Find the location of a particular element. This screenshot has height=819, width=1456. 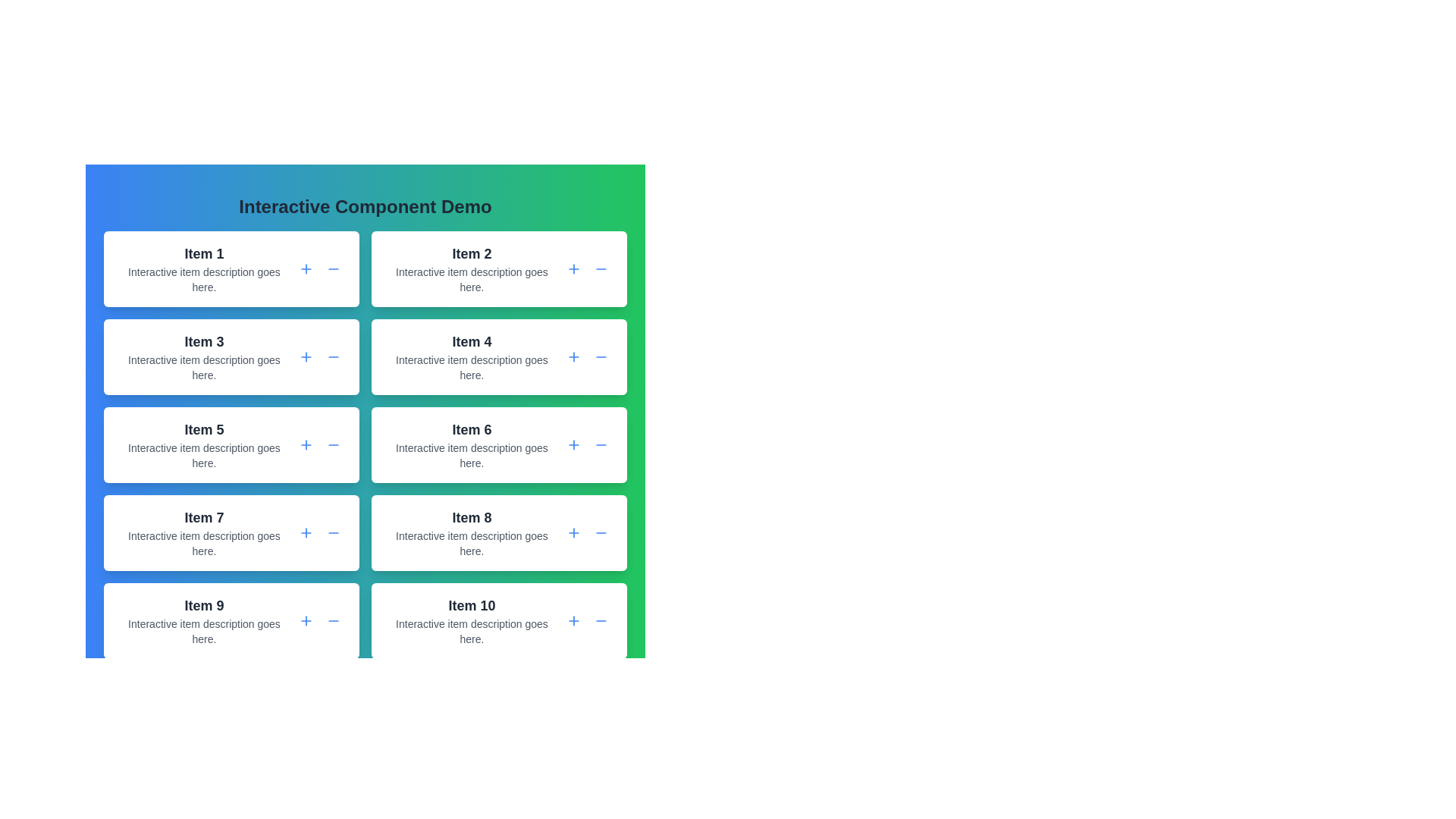

the text label that serves as the title of the eighth card in a two-column layout, located in the fourth row and right column is located at coordinates (471, 516).